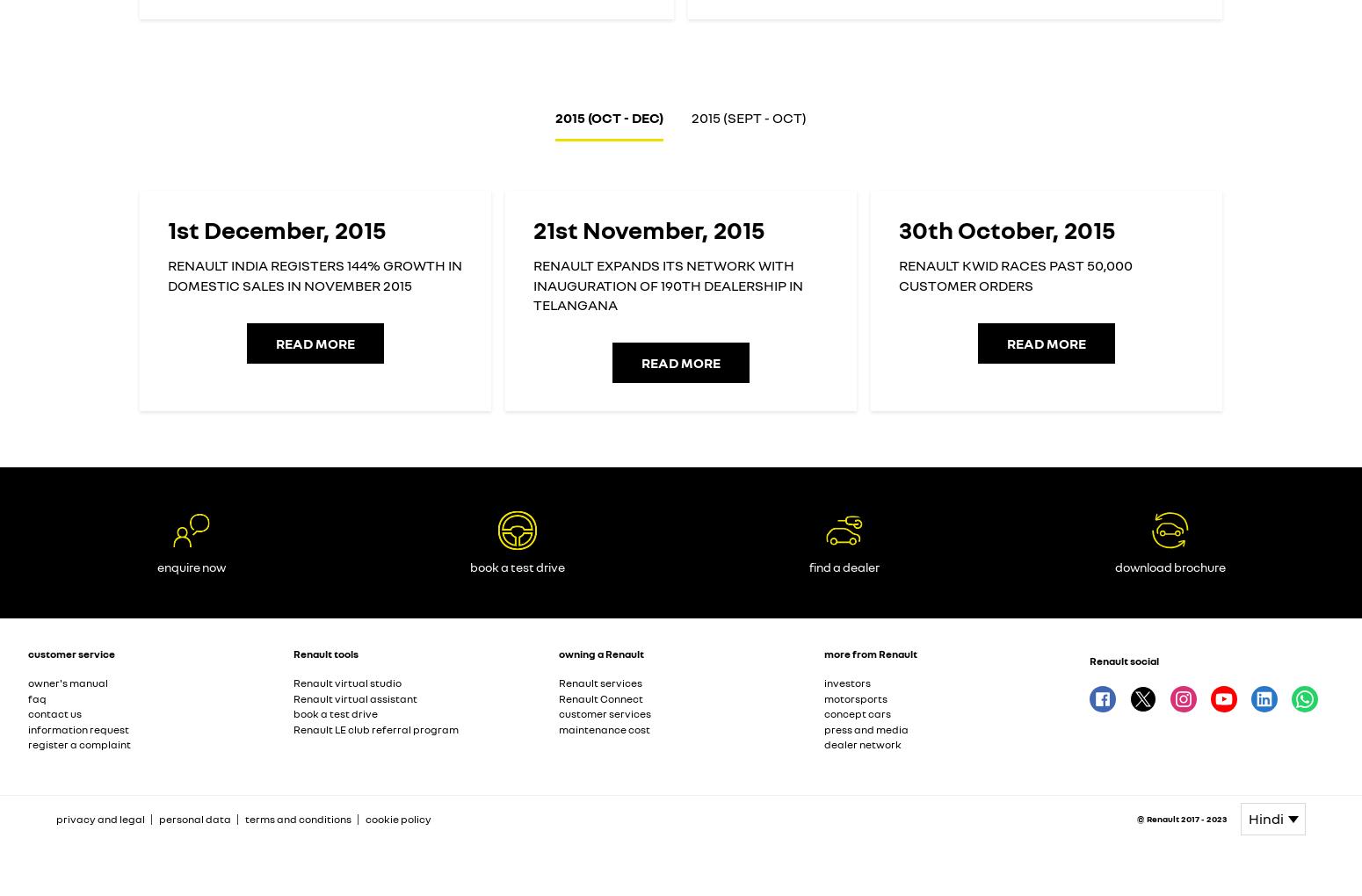  Describe the element at coordinates (857, 713) in the screenshot. I see `'concept cars'` at that location.